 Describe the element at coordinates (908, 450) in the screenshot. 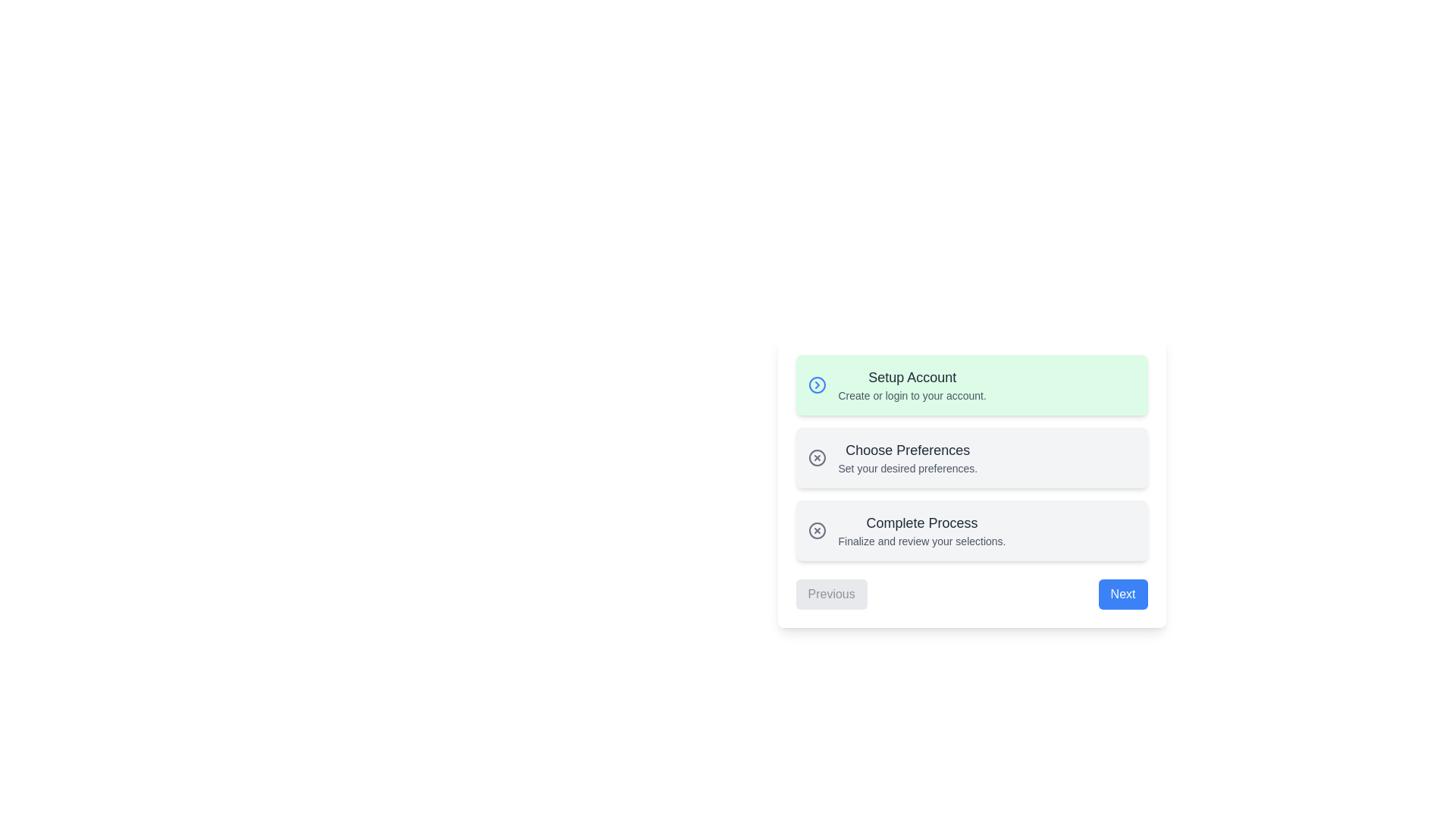

I see `the 'Choose Preferences' section header label, which is centrally located between the 'Setup Account' and 'Complete Process' sections` at that location.